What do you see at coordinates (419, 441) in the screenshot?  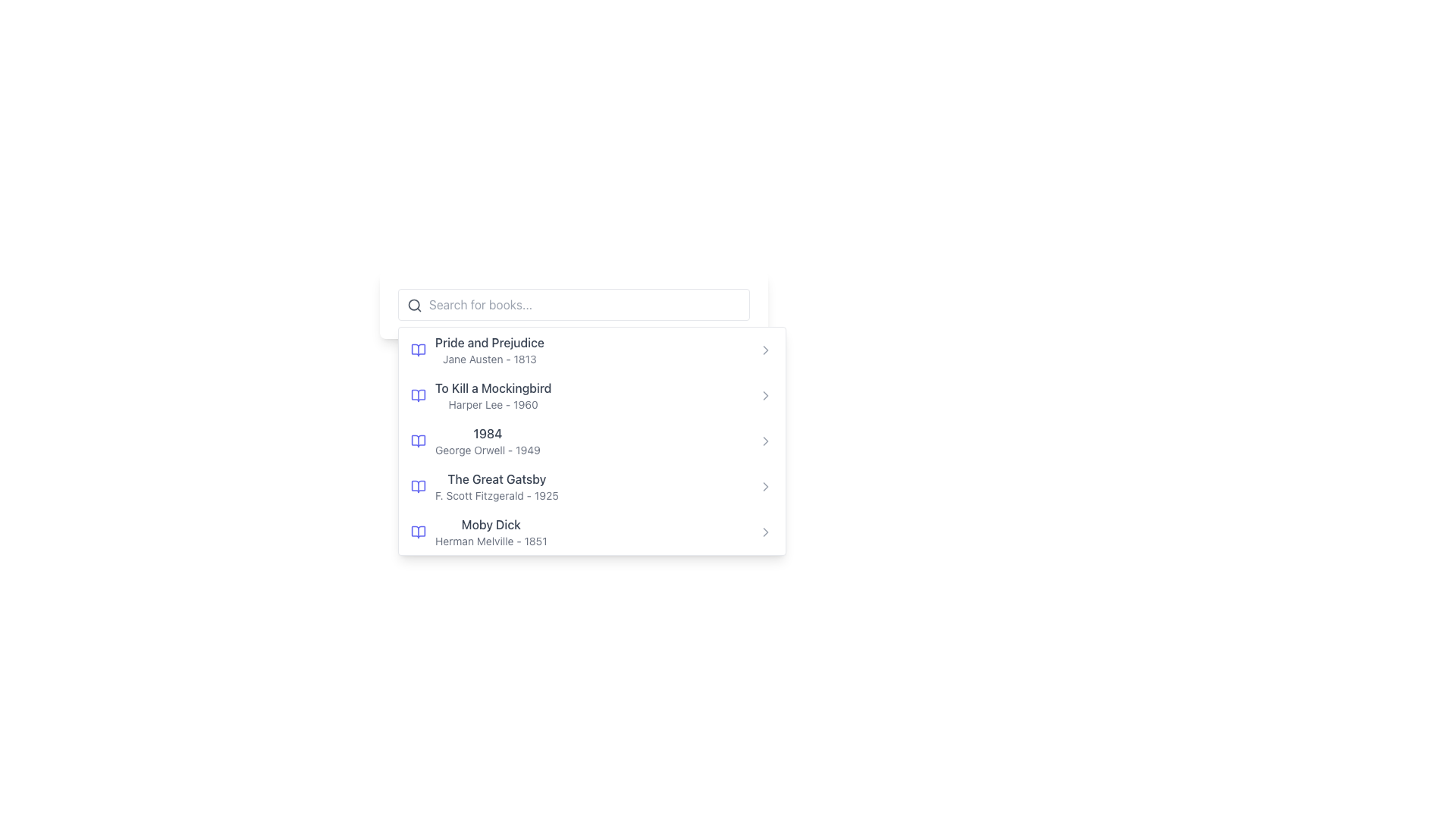 I see `the indigo open book icon located to the left of the text '1984 George Orwell - 1949'` at bounding box center [419, 441].